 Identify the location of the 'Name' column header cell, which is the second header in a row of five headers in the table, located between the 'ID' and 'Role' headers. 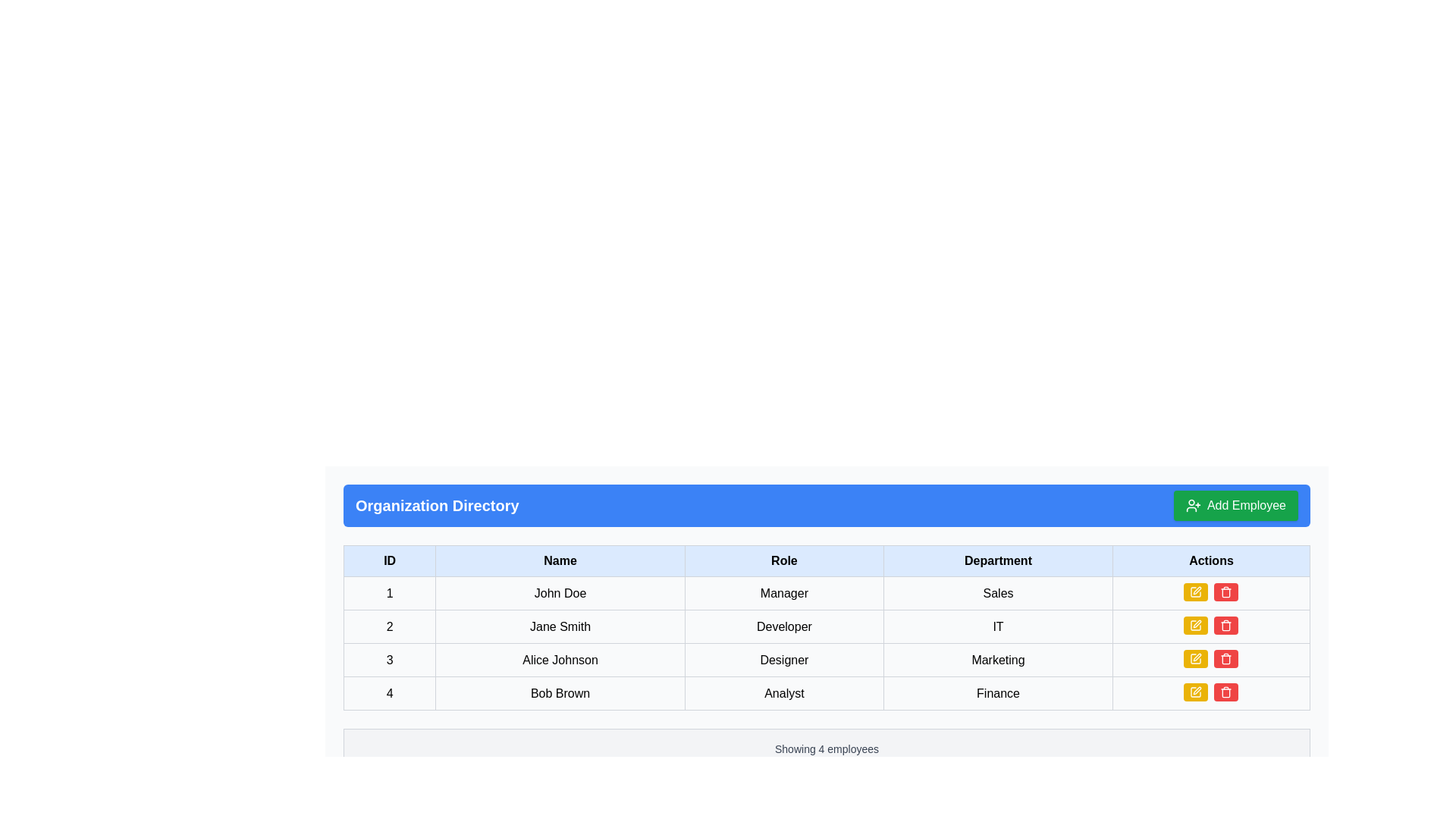
(560, 561).